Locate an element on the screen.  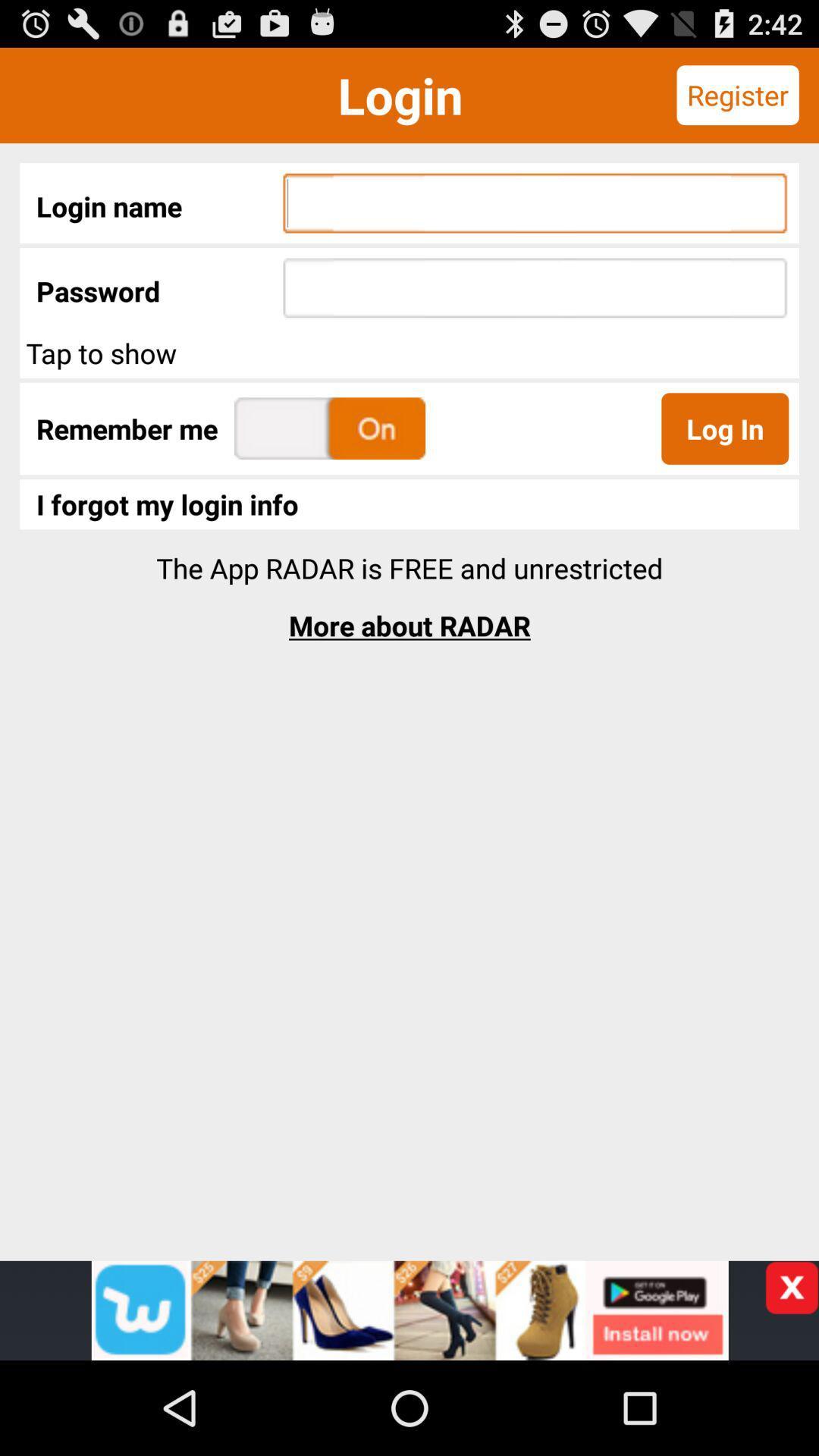
type your login name is located at coordinates (535, 202).